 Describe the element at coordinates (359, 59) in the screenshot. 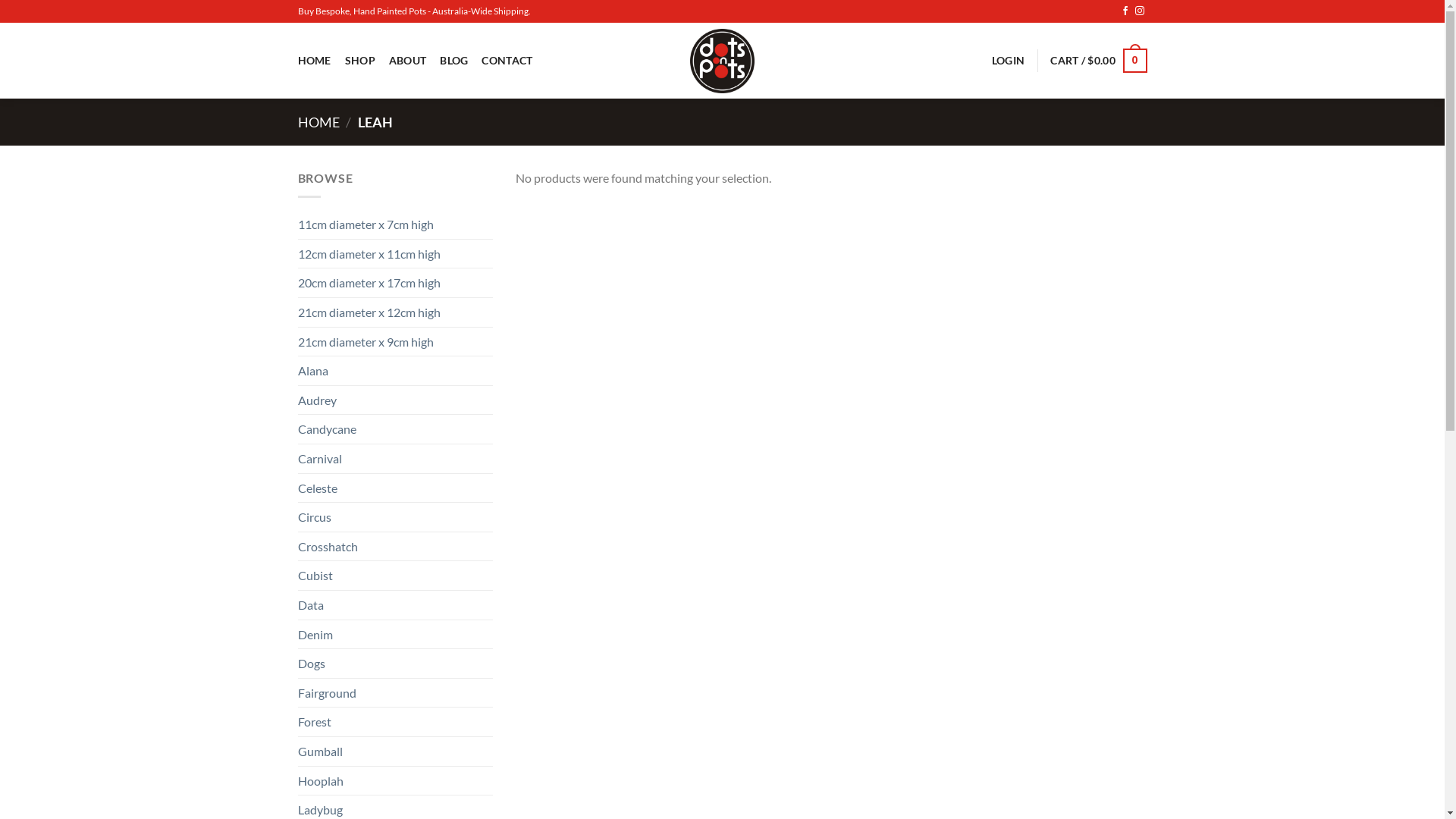

I see `'SHOP'` at that location.